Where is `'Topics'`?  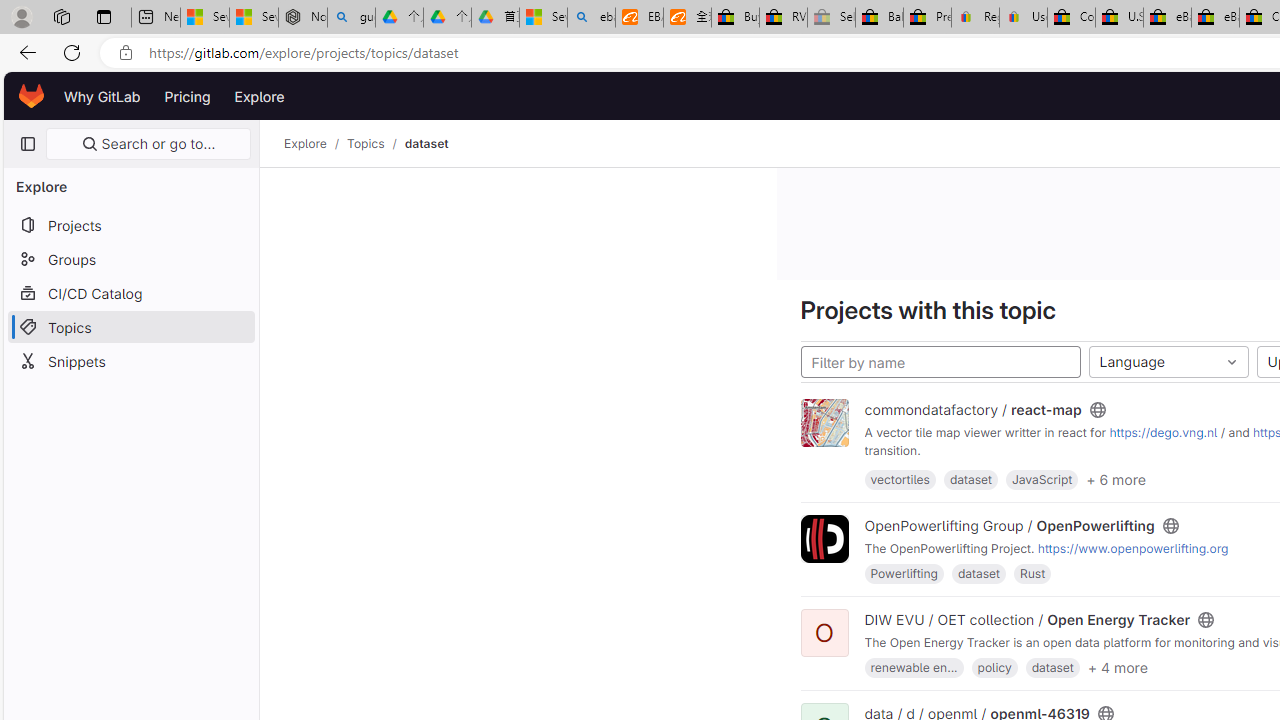 'Topics' is located at coordinates (366, 143).